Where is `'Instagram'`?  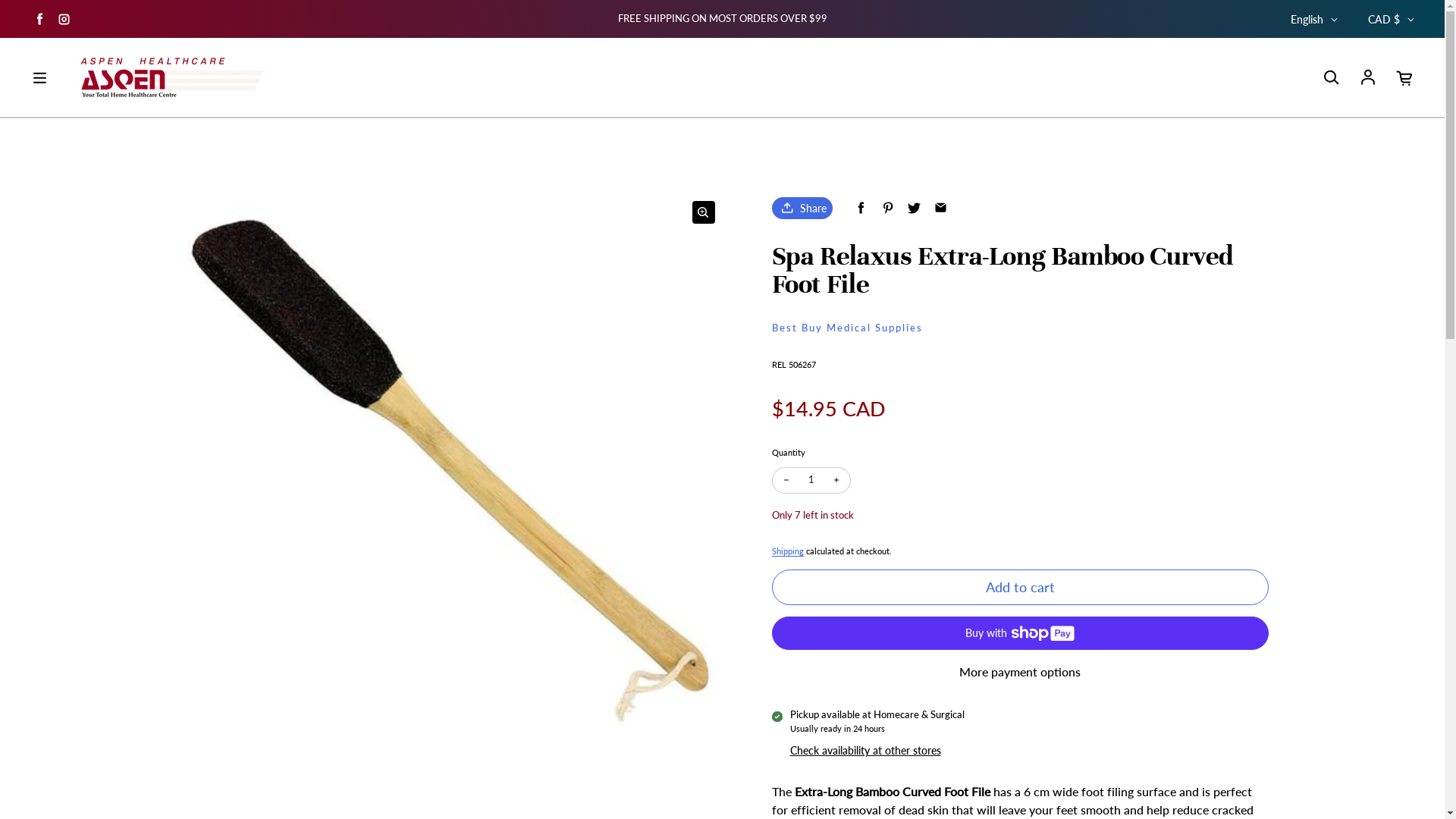
'Instagram' is located at coordinates (55, 18).